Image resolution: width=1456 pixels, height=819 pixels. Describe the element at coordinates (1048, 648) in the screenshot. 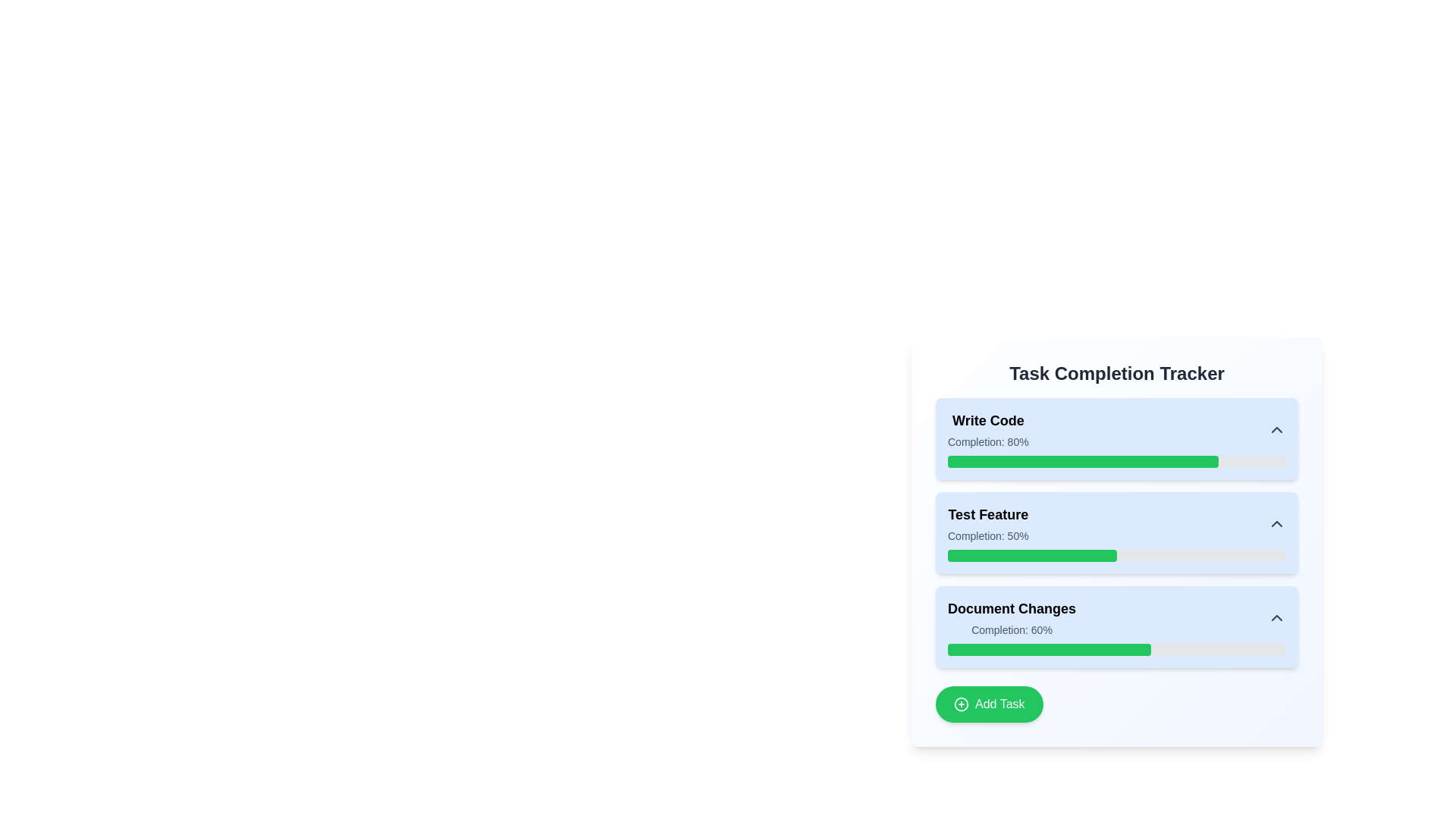

I see `the green segment of the progress bar in the 'Document Changes' section, located in the third card of the 'Task Completion Tracker' interface, which visually represents 60% completion` at that location.